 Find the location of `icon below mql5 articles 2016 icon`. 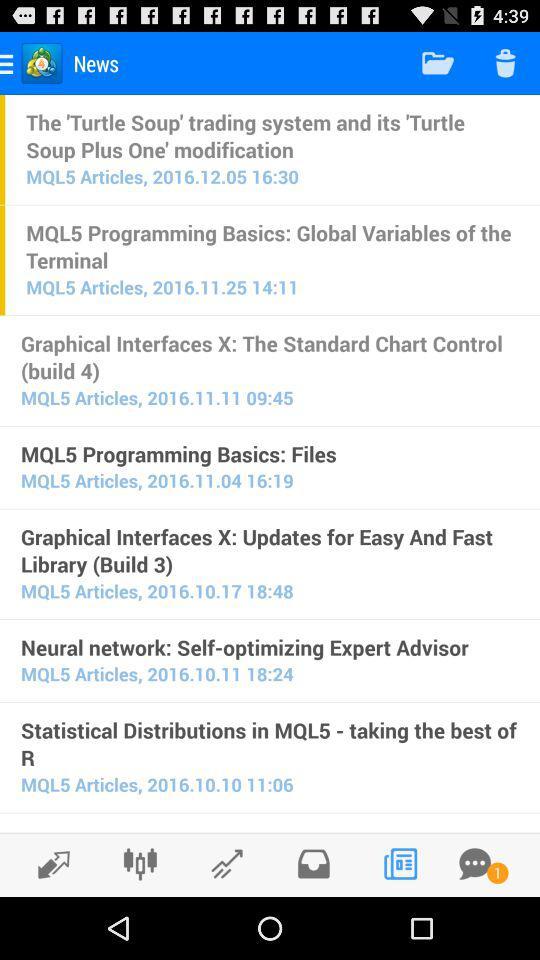

icon below mql5 articles 2016 icon is located at coordinates (270, 829).